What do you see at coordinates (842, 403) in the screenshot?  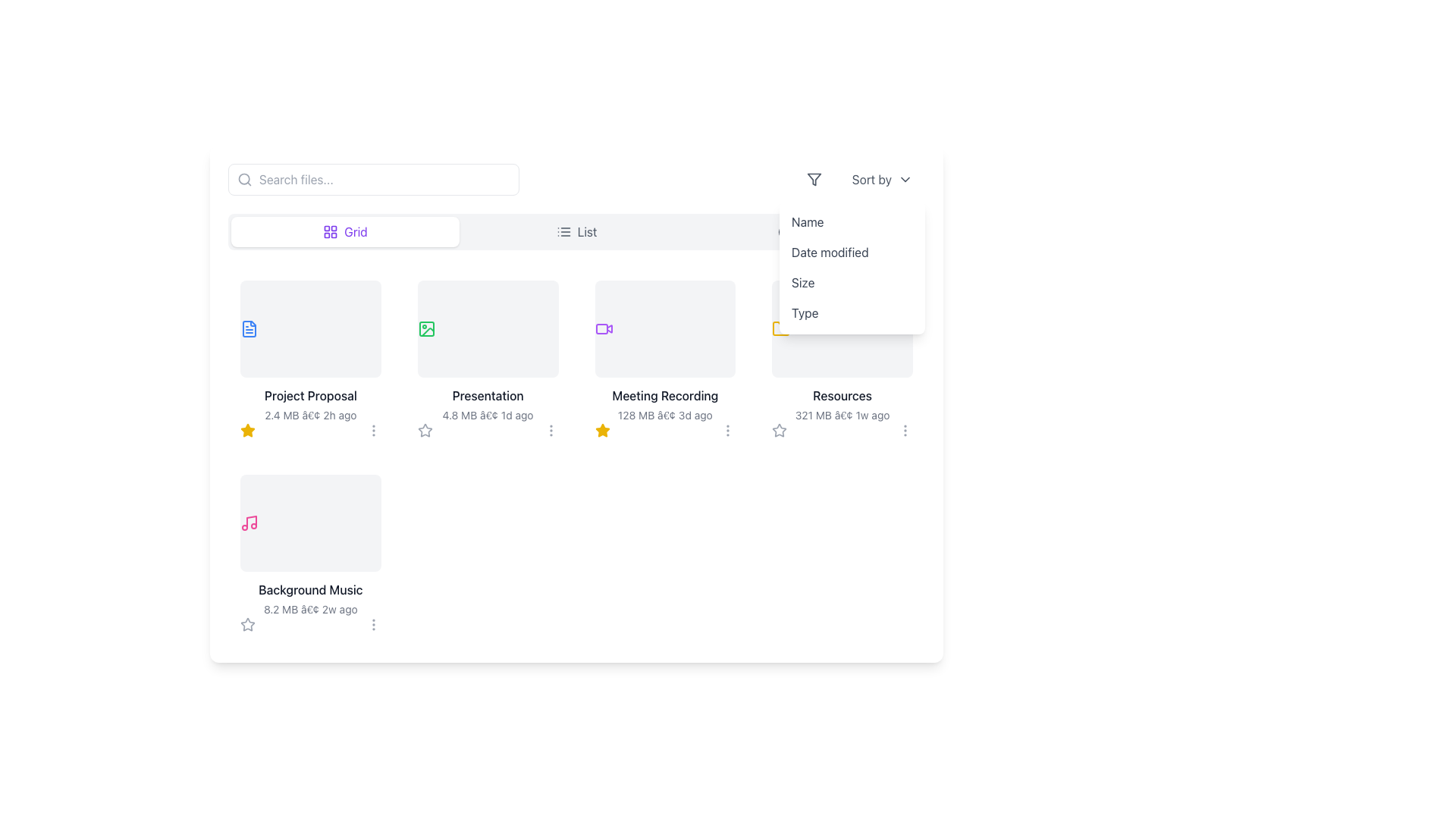 I see `the labeled metadata display for the file named 'Resources'` at bounding box center [842, 403].